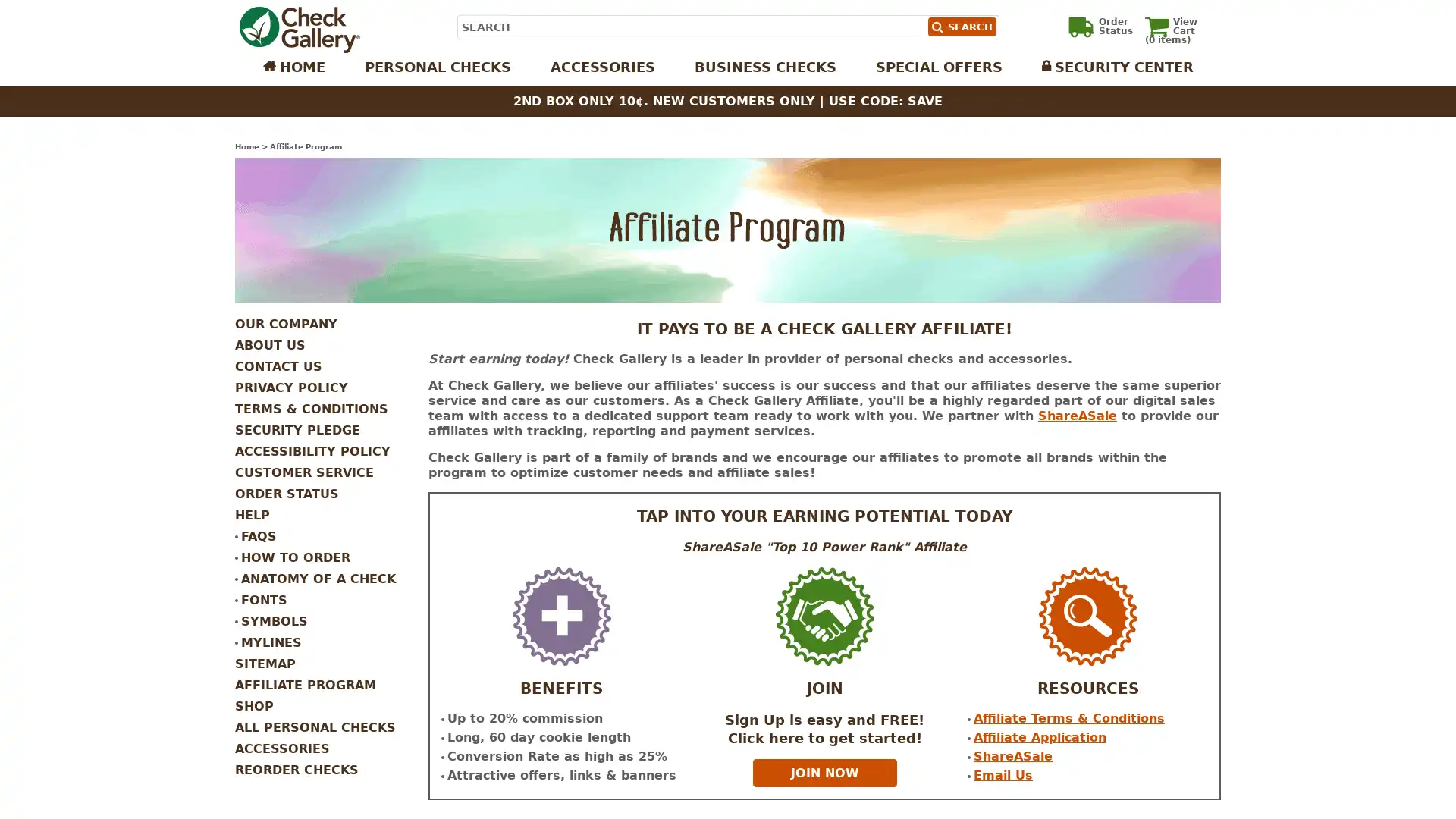  I want to click on SEARCH, so click(960, 27).